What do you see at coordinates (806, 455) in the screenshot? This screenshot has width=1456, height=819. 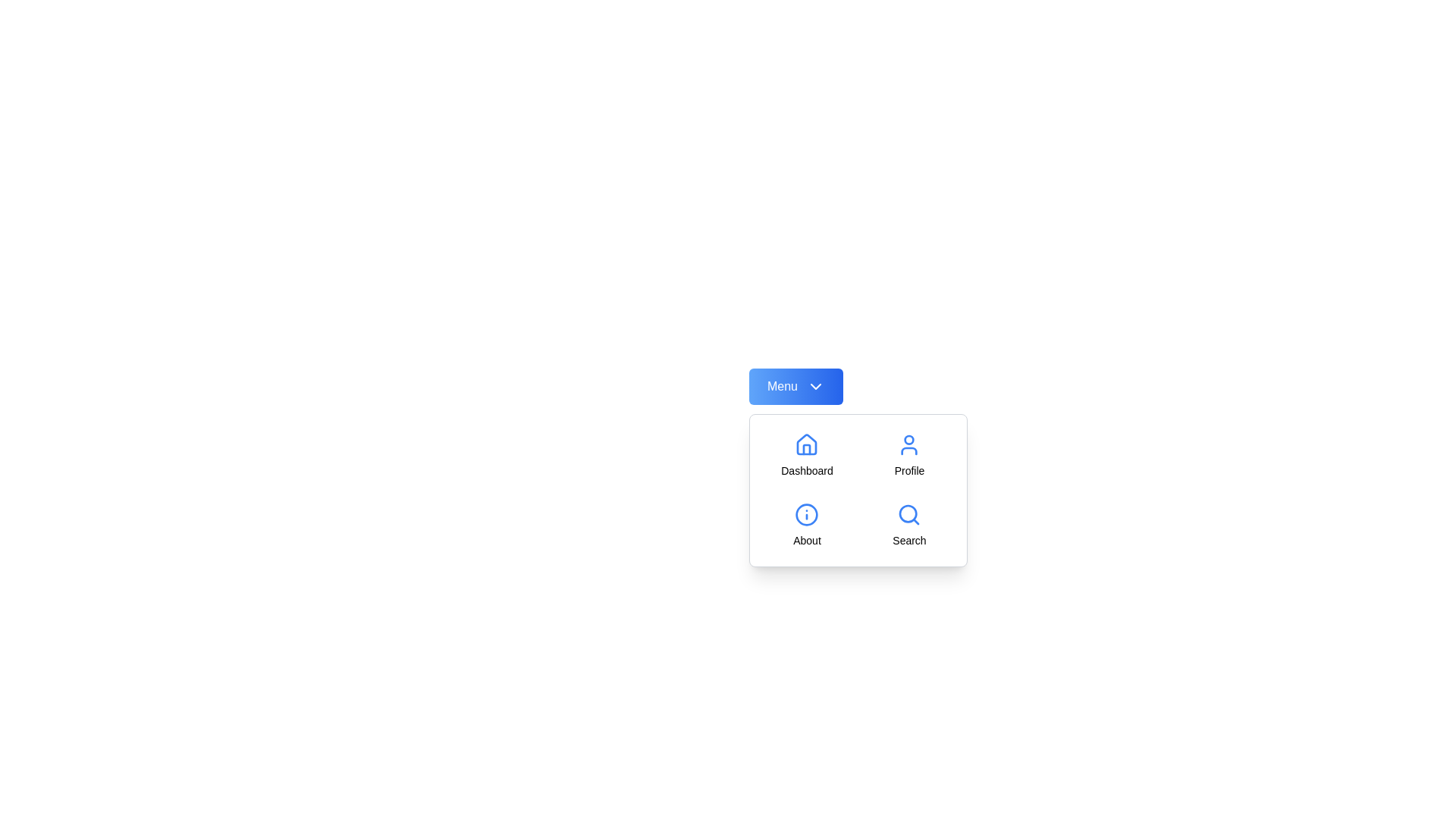 I see `the menu option Dashboard from the available options: Dashboard, Profile, About, Search` at bounding box center [806, 455].